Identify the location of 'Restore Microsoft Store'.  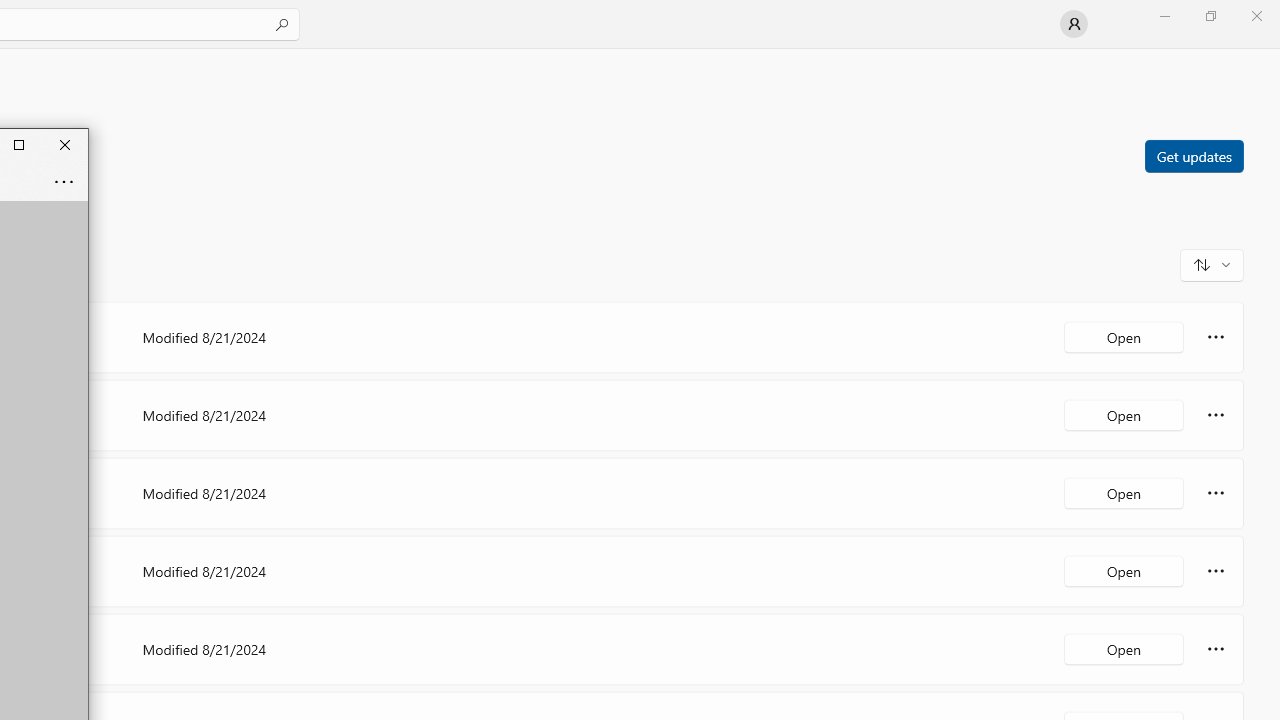
(1209, 15).